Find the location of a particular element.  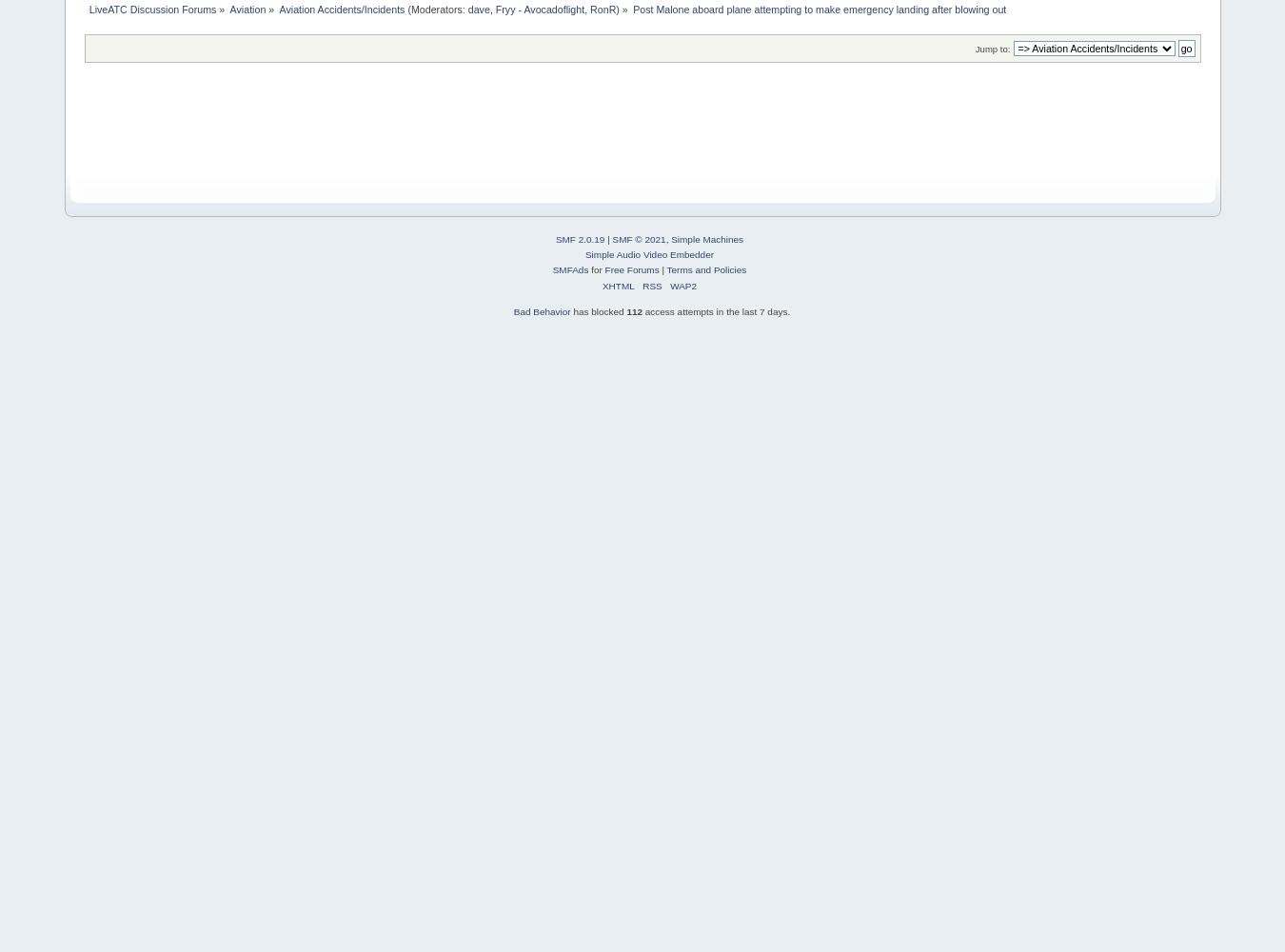

'SMF © 2021' is located at coordinates (612, 238).